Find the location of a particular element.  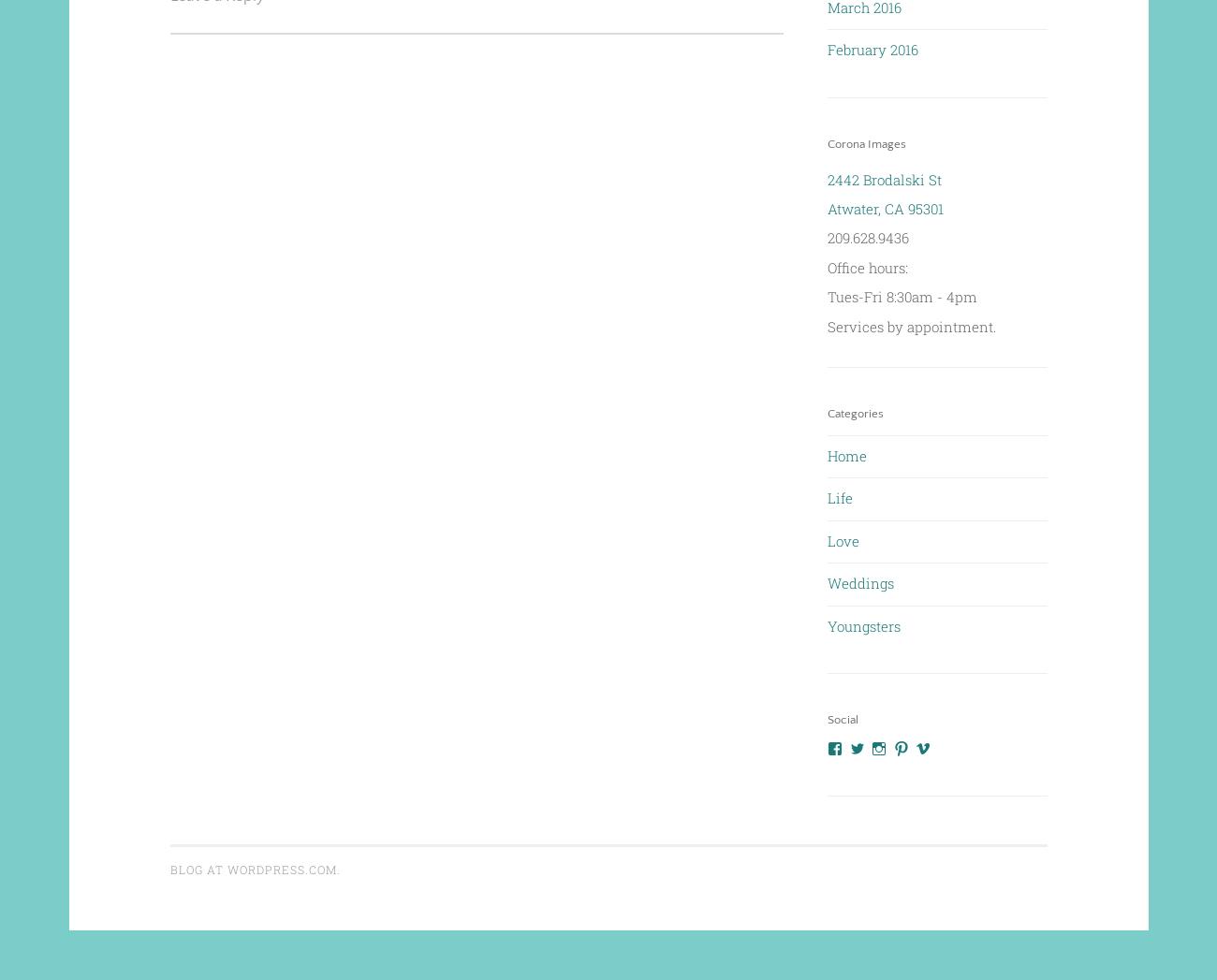

'Love' is located at coordinates (827, 539).